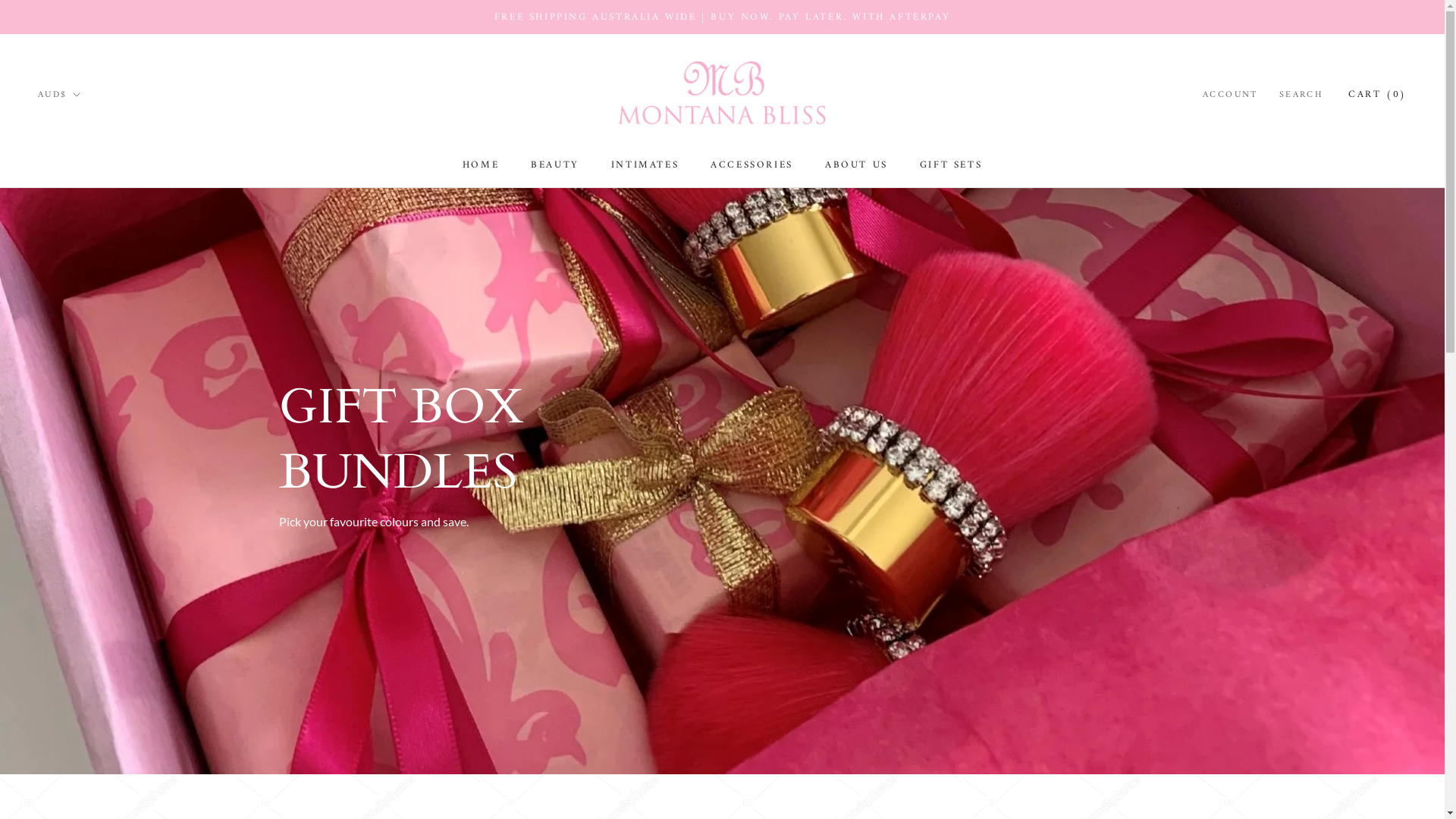  Describe the element at coordinates (1377, 94) in the screenshot. I see `'CART (0)'` at that location.